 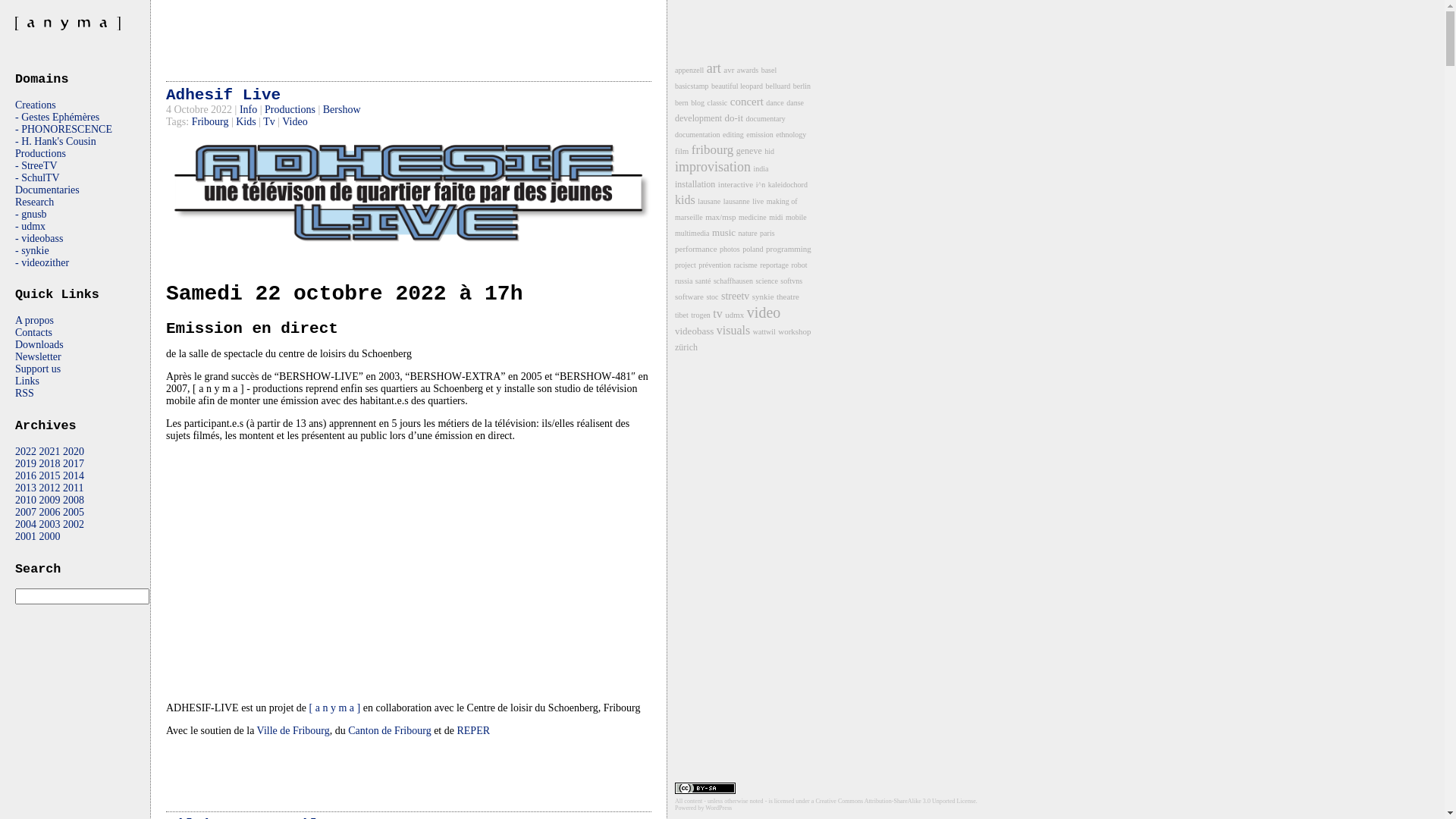 I want to click on '[ a n y m a ]', so click(x=334, y=708).